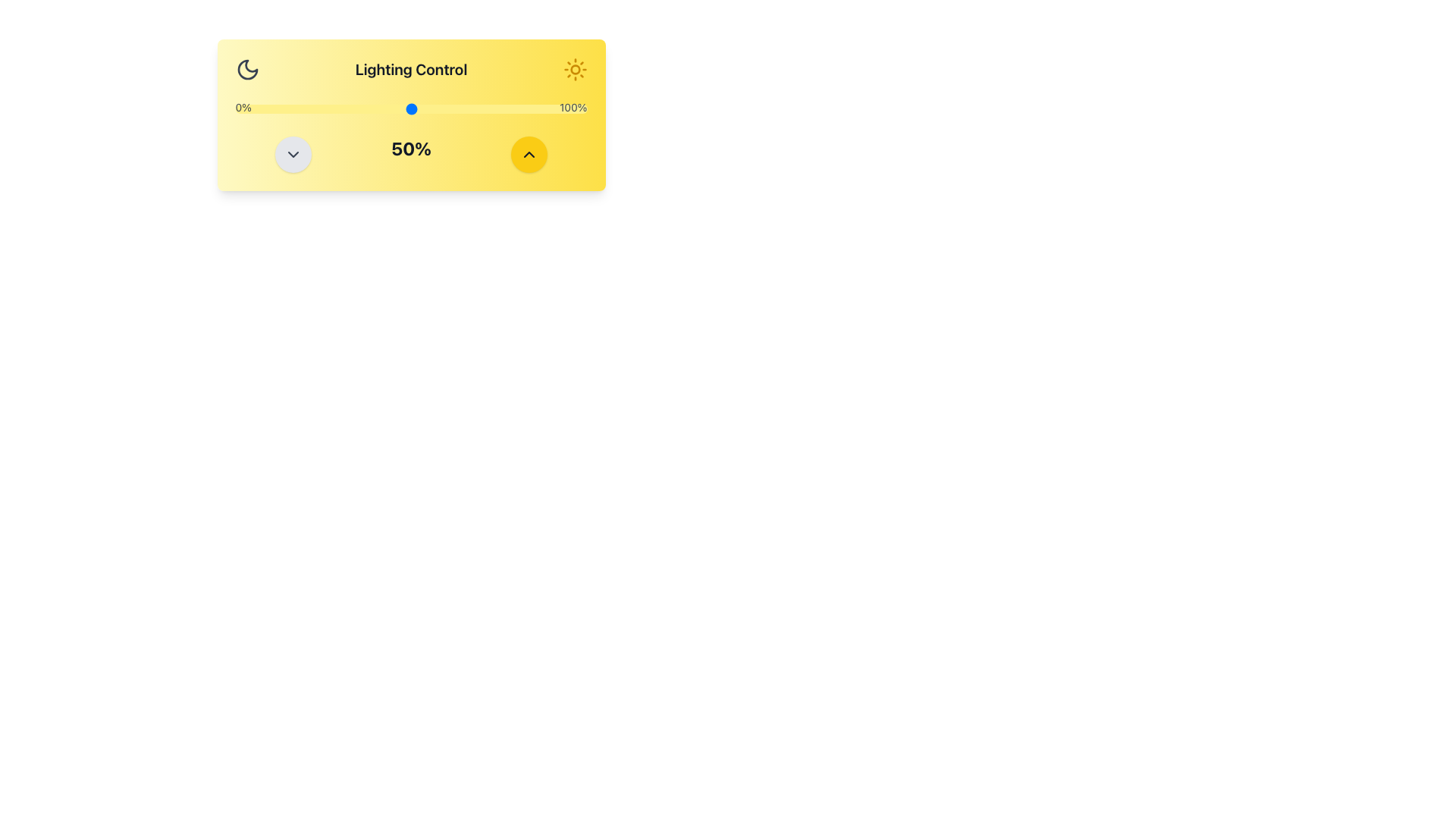 The image size is (1456, 819). Describe the element at coordinates (510, 108) in the screenshot. I see `the lighting intensity` at that location.